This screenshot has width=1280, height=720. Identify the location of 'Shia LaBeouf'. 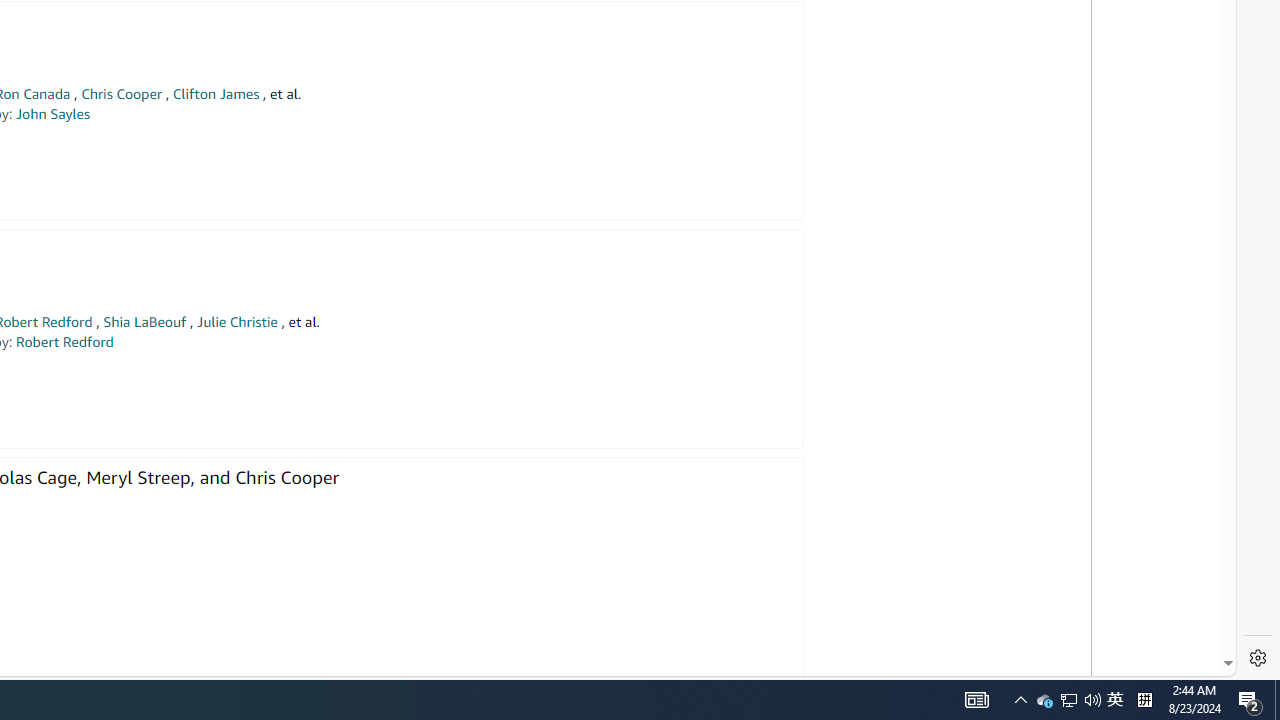
(143, 321).